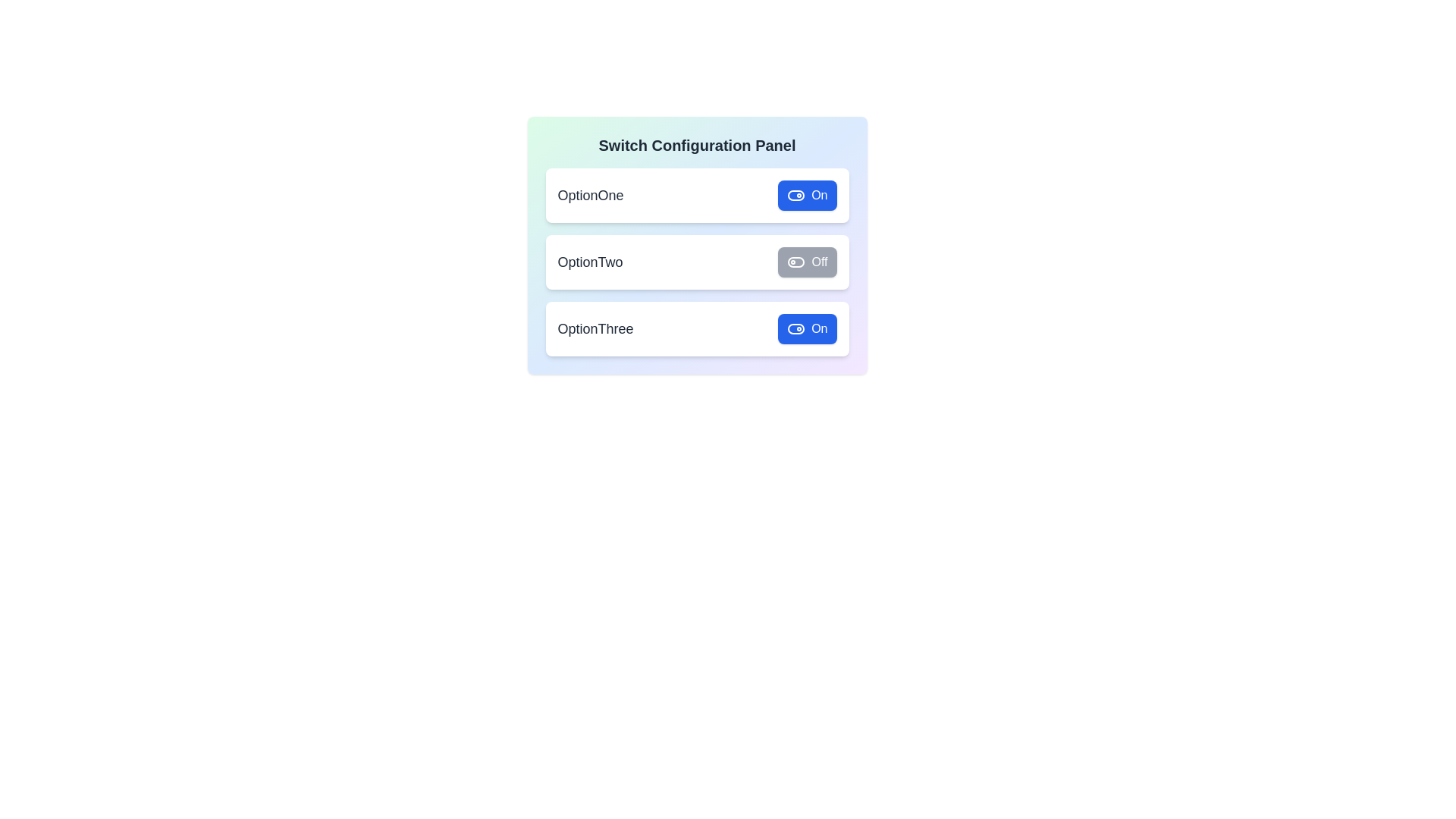  I want to click on the container to highlight it, so click(696, 245).